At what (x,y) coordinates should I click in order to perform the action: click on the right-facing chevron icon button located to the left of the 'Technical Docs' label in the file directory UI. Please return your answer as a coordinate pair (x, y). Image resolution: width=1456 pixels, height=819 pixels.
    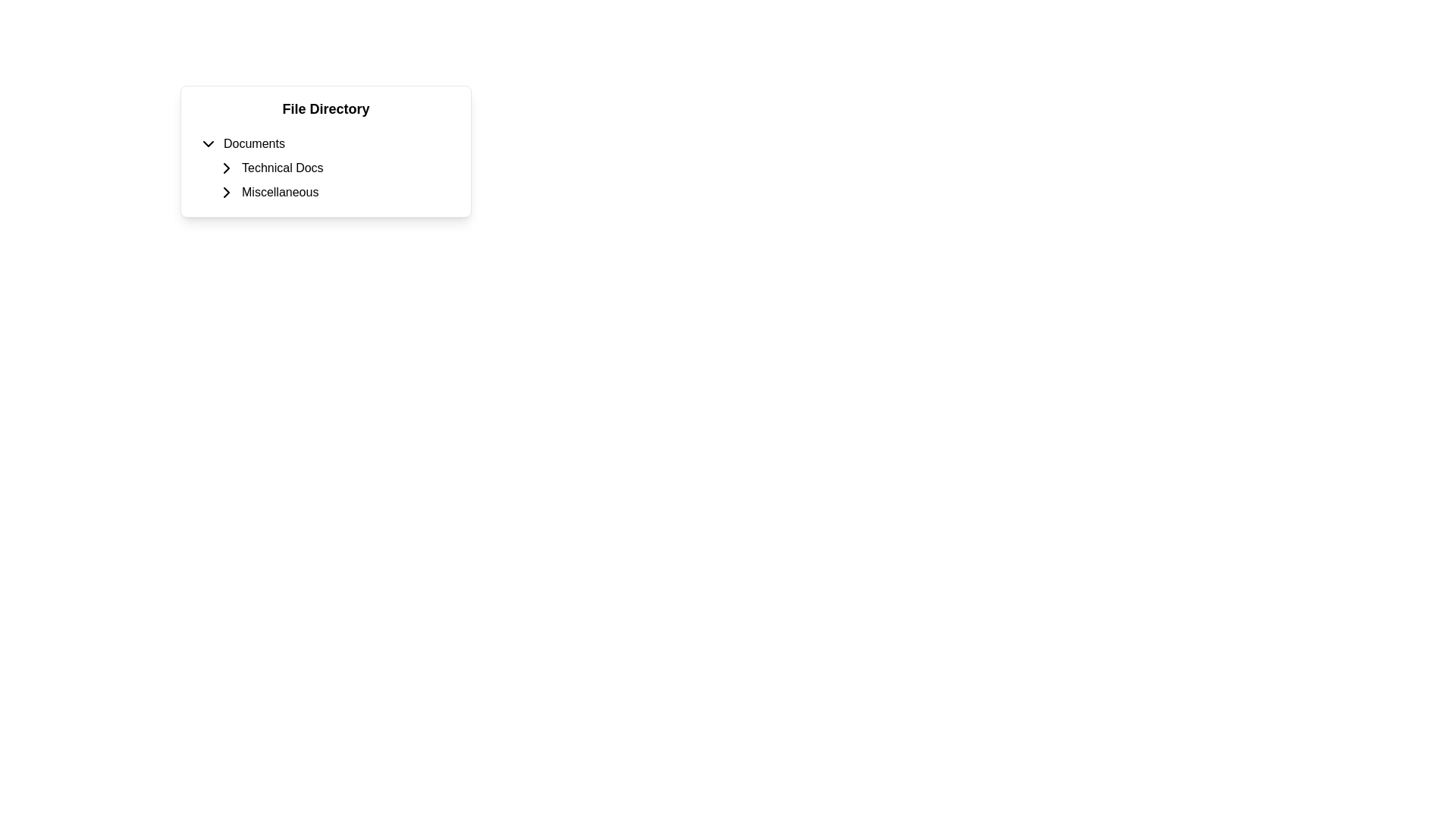
    Looking at the image, I should click on (225, 168).